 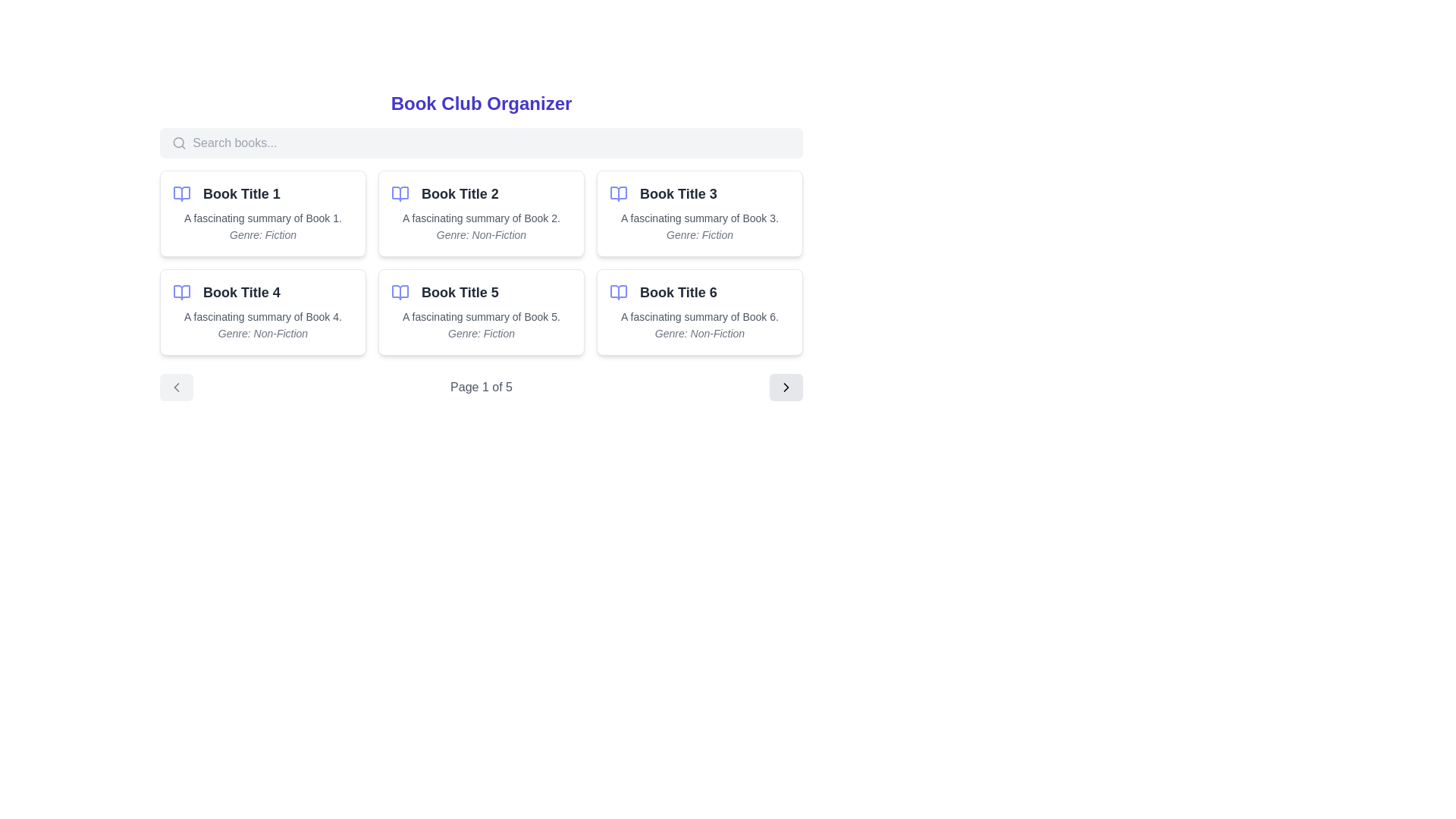 I want to click on the open book icon located in the top-right corner of the card for 'Book Title 6', which is indigo in color and has rounded stroke edges, so click(x=619, y=292).